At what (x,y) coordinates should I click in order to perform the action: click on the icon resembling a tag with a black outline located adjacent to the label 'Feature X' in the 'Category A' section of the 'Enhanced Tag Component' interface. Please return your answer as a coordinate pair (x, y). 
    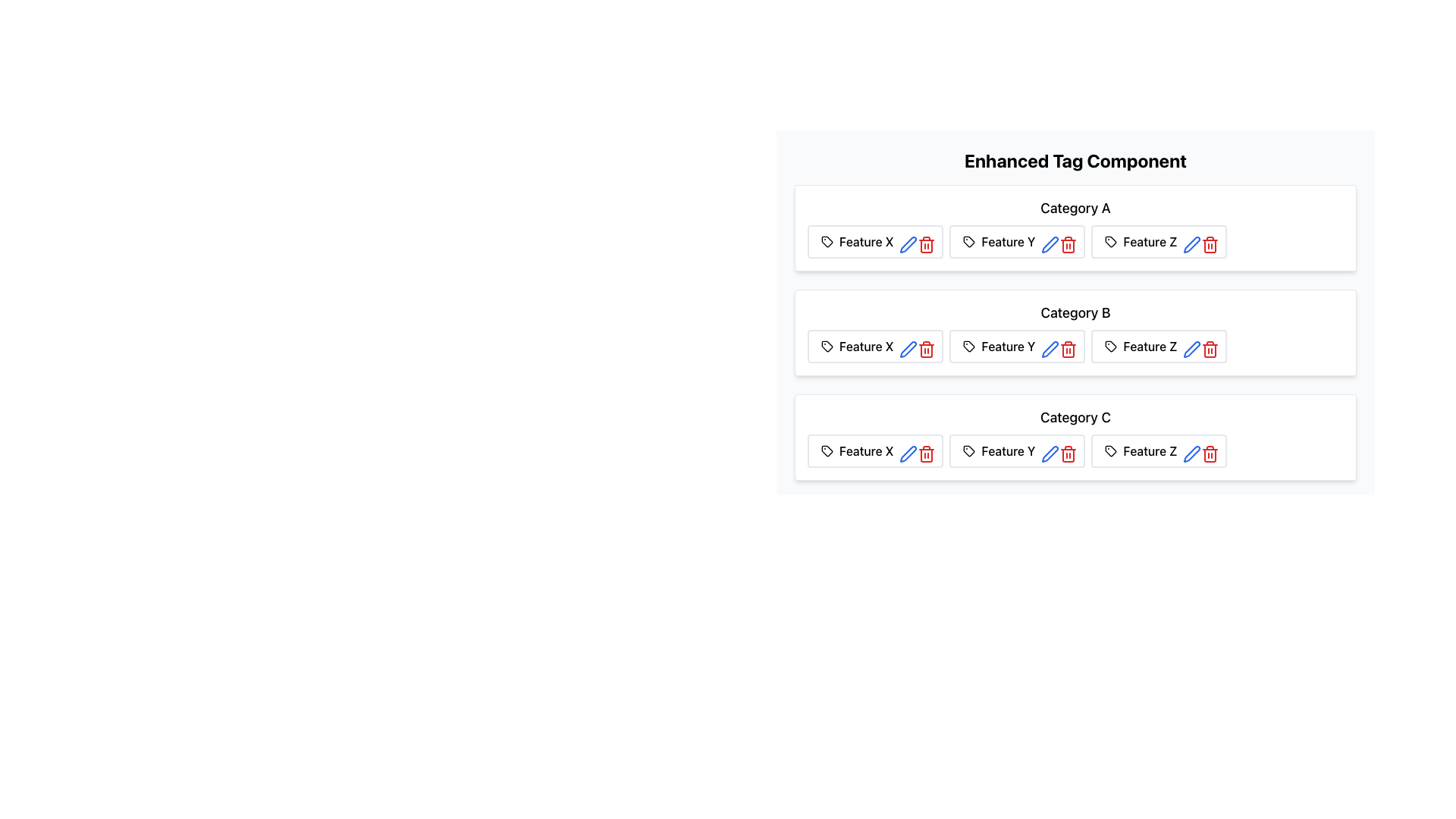
    Looking at the image, I should click on (826, 241).